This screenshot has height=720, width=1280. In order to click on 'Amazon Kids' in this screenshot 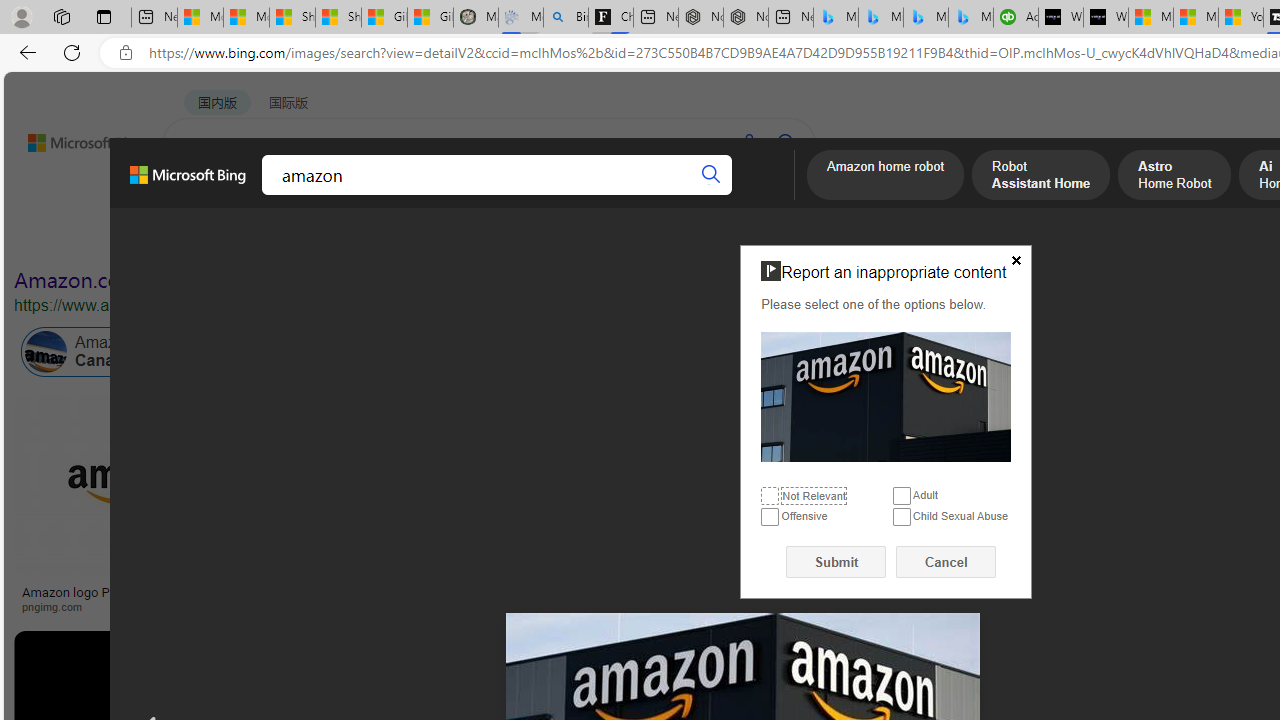, I will do `click(421, 351)`.